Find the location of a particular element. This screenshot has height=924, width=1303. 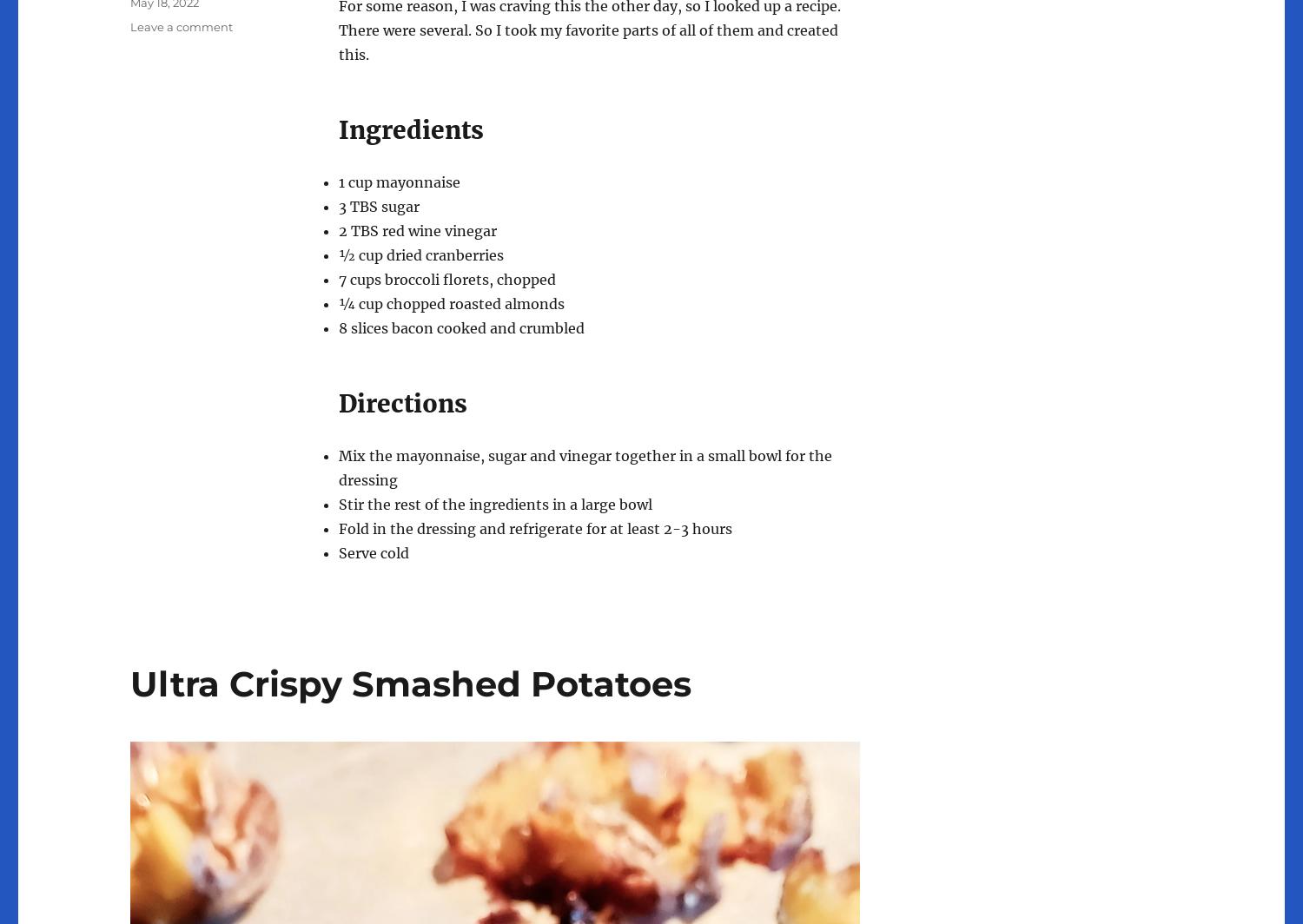

'Ultra Crispy Smashed Potatoes' is located at coordinates (130, 683).